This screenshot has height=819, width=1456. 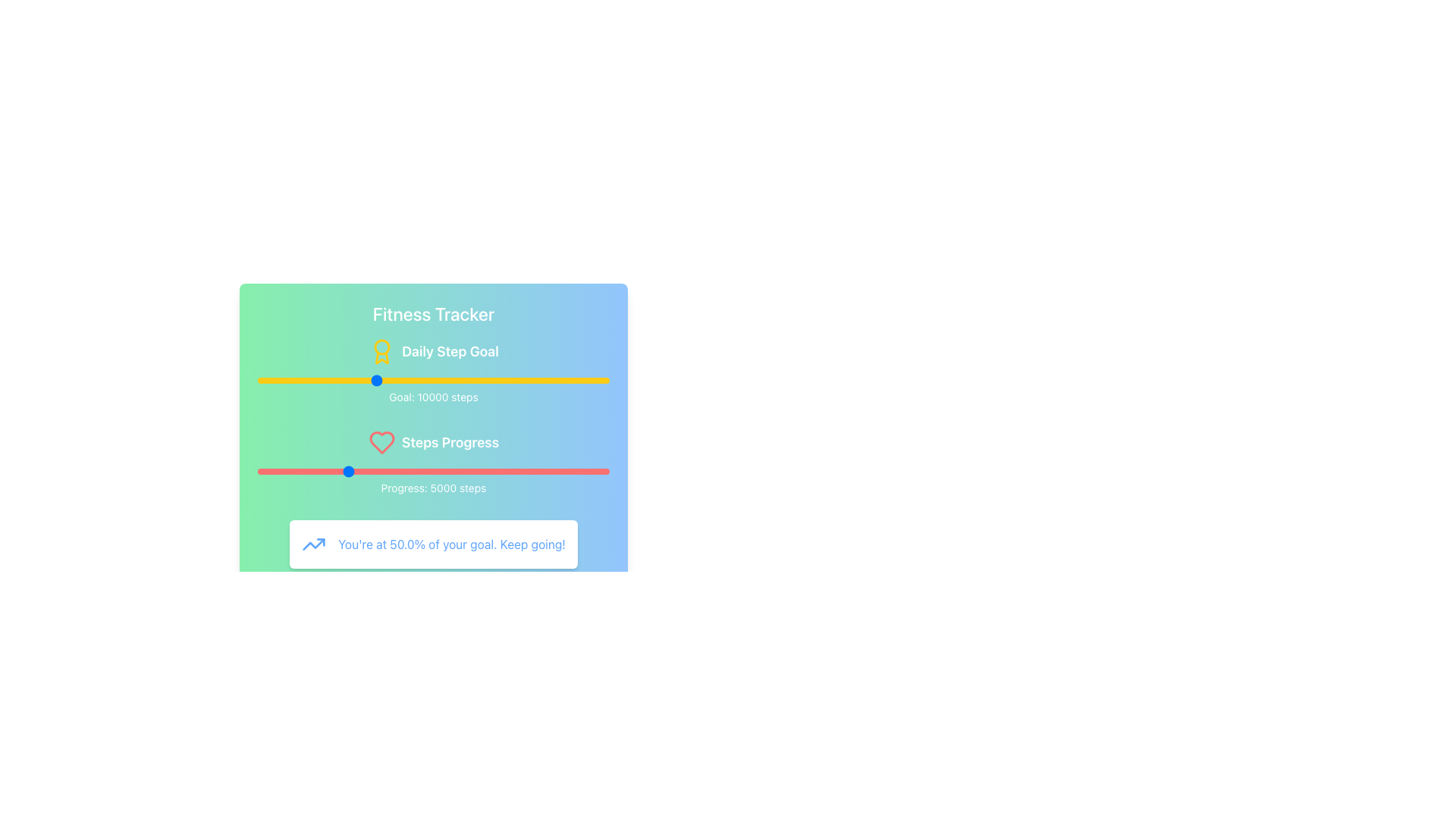 I want to click on the daily step goal, so click(x=569, y=379).